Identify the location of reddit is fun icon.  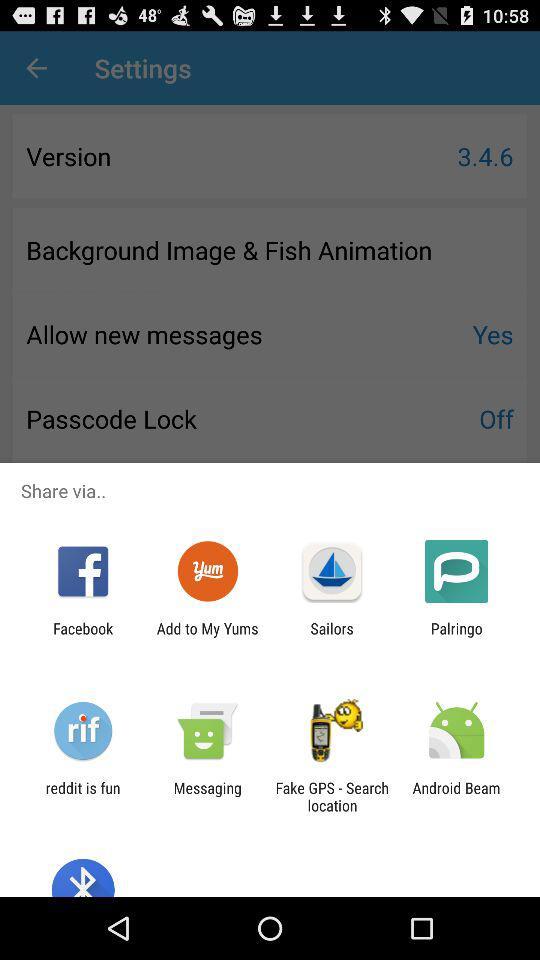
(82, 796).